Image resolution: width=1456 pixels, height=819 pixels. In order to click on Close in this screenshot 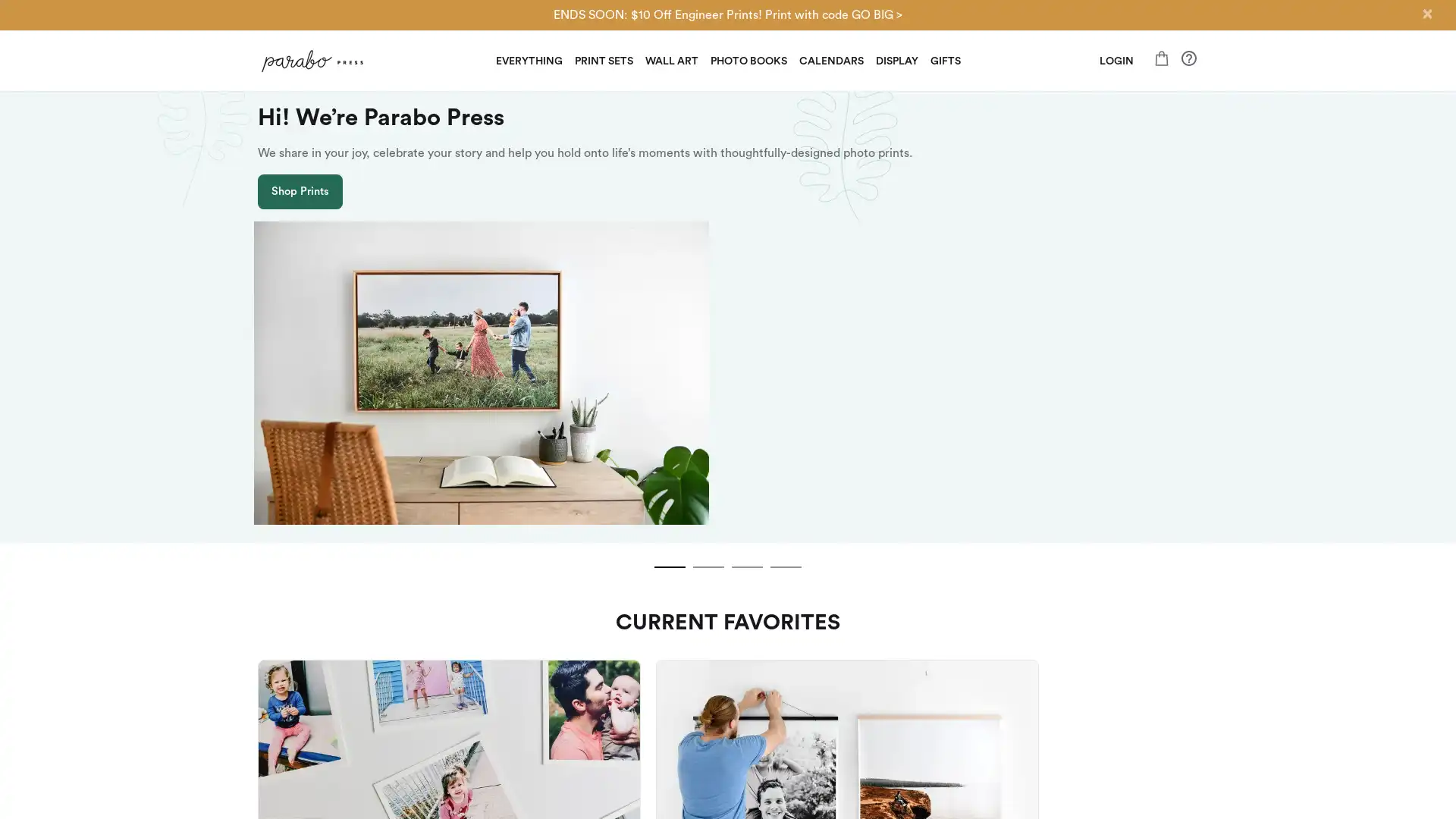, I will do `click(1426, 14)`.